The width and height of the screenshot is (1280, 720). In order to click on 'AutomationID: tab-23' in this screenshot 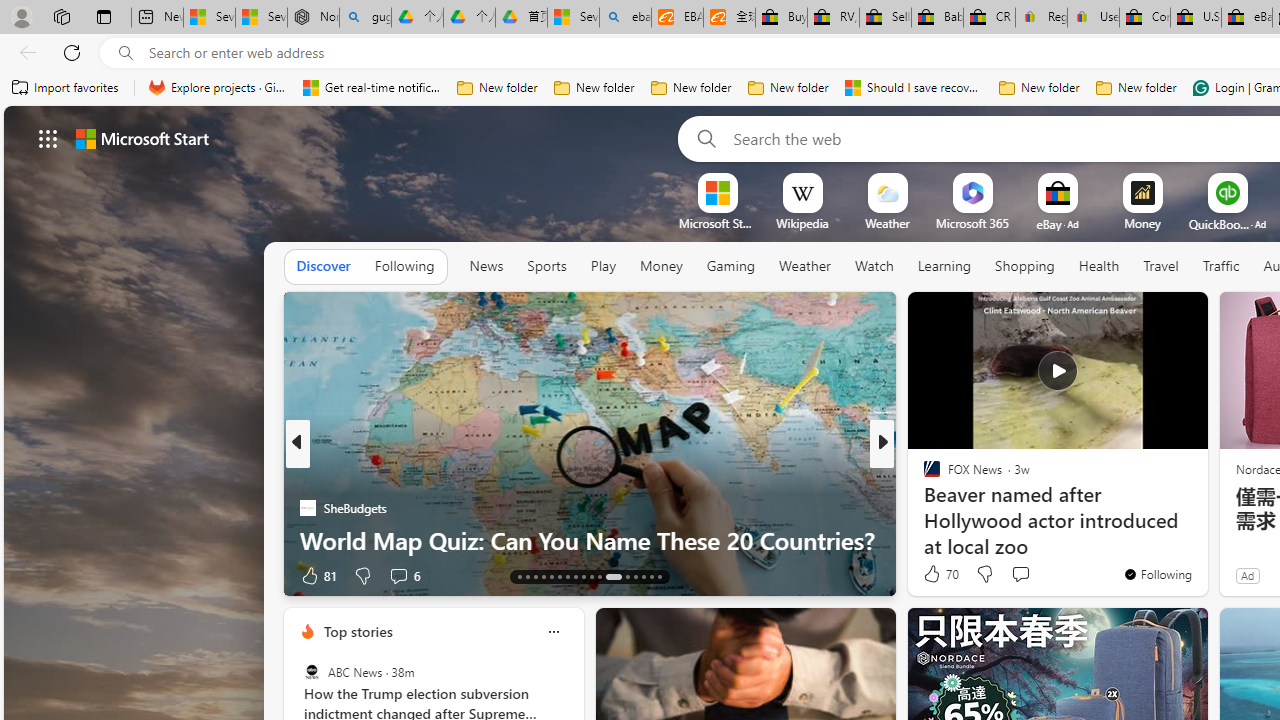, I will do `click(598, 577)`.